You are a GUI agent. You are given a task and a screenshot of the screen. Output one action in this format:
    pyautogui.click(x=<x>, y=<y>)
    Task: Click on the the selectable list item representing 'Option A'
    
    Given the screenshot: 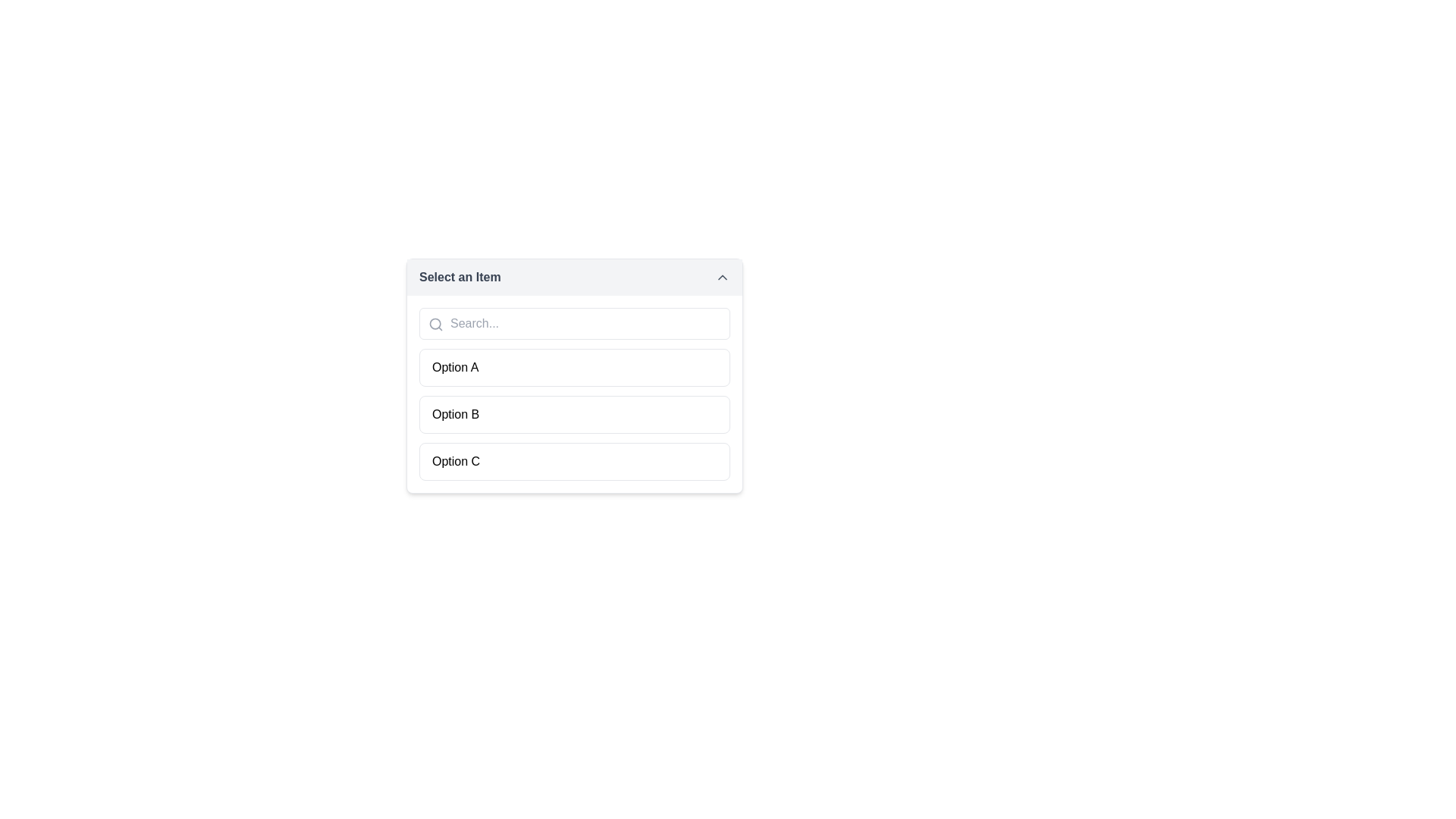 What is the action you would take?
    pyautogui.click(x=574, y=368)
    